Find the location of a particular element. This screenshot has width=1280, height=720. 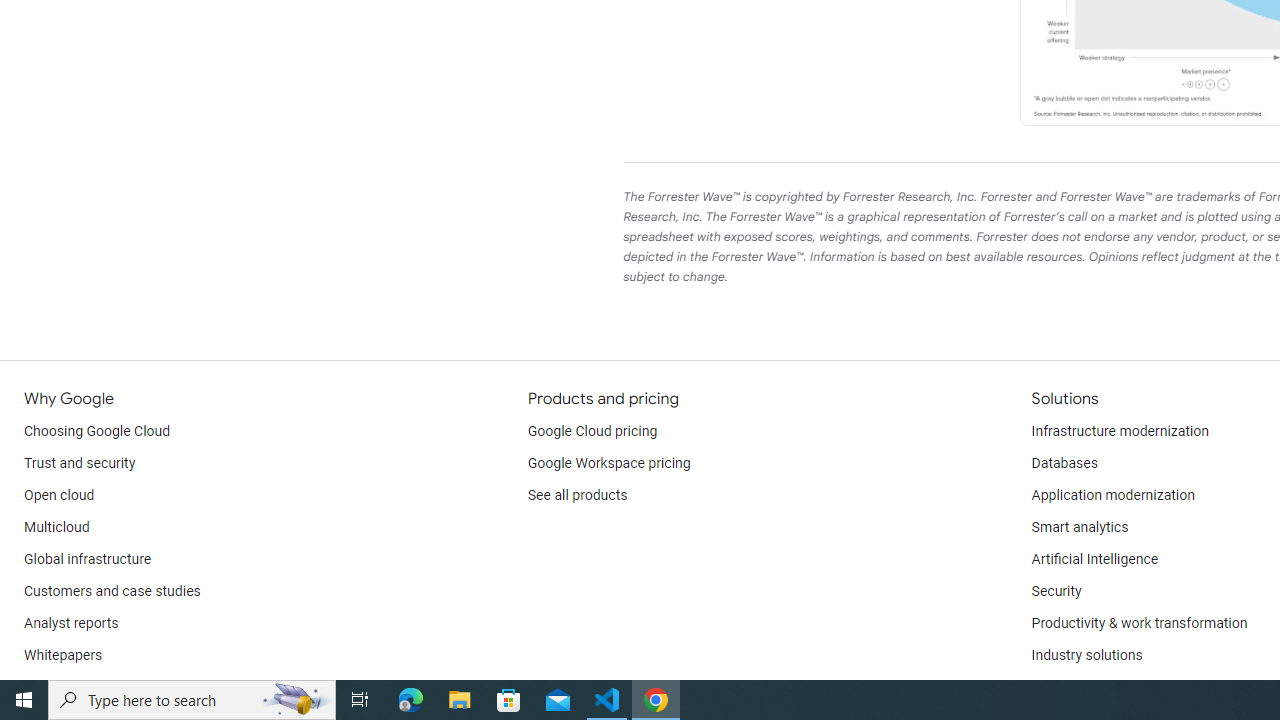

'Security' is located at coordinates (1055, 590).